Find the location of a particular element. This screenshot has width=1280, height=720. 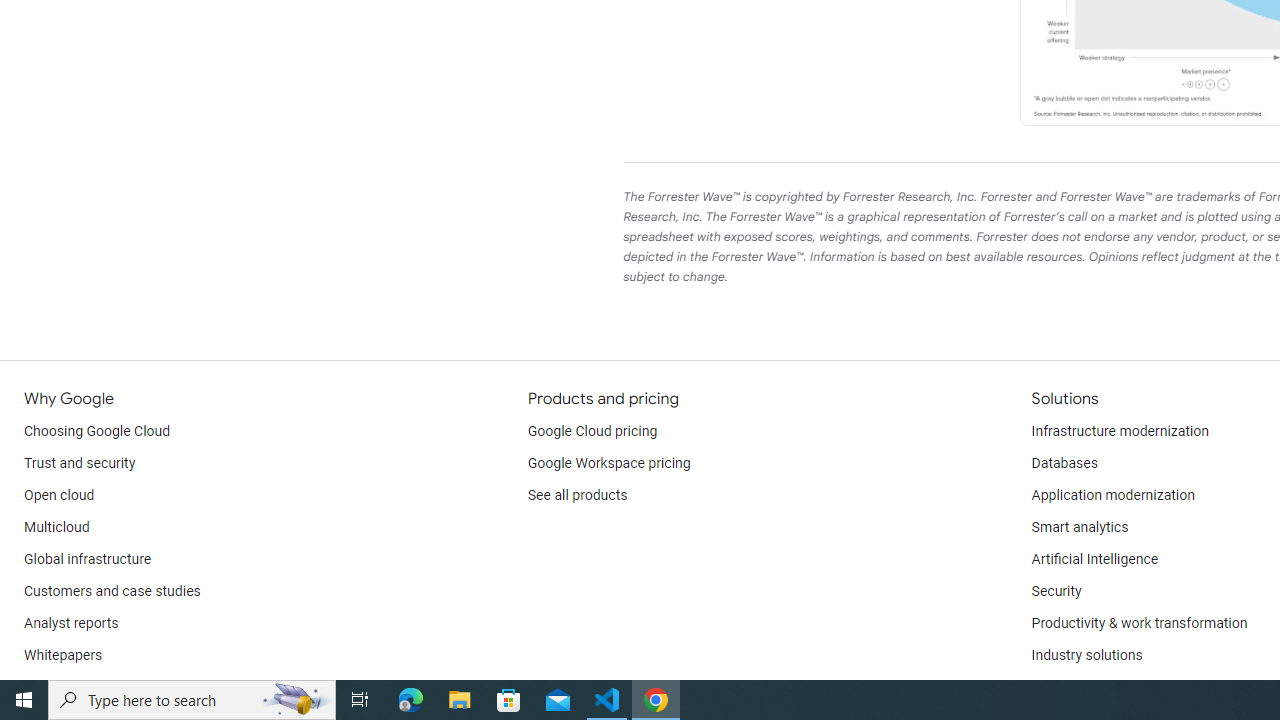

'Security' is located at coordinates (1055, 590).